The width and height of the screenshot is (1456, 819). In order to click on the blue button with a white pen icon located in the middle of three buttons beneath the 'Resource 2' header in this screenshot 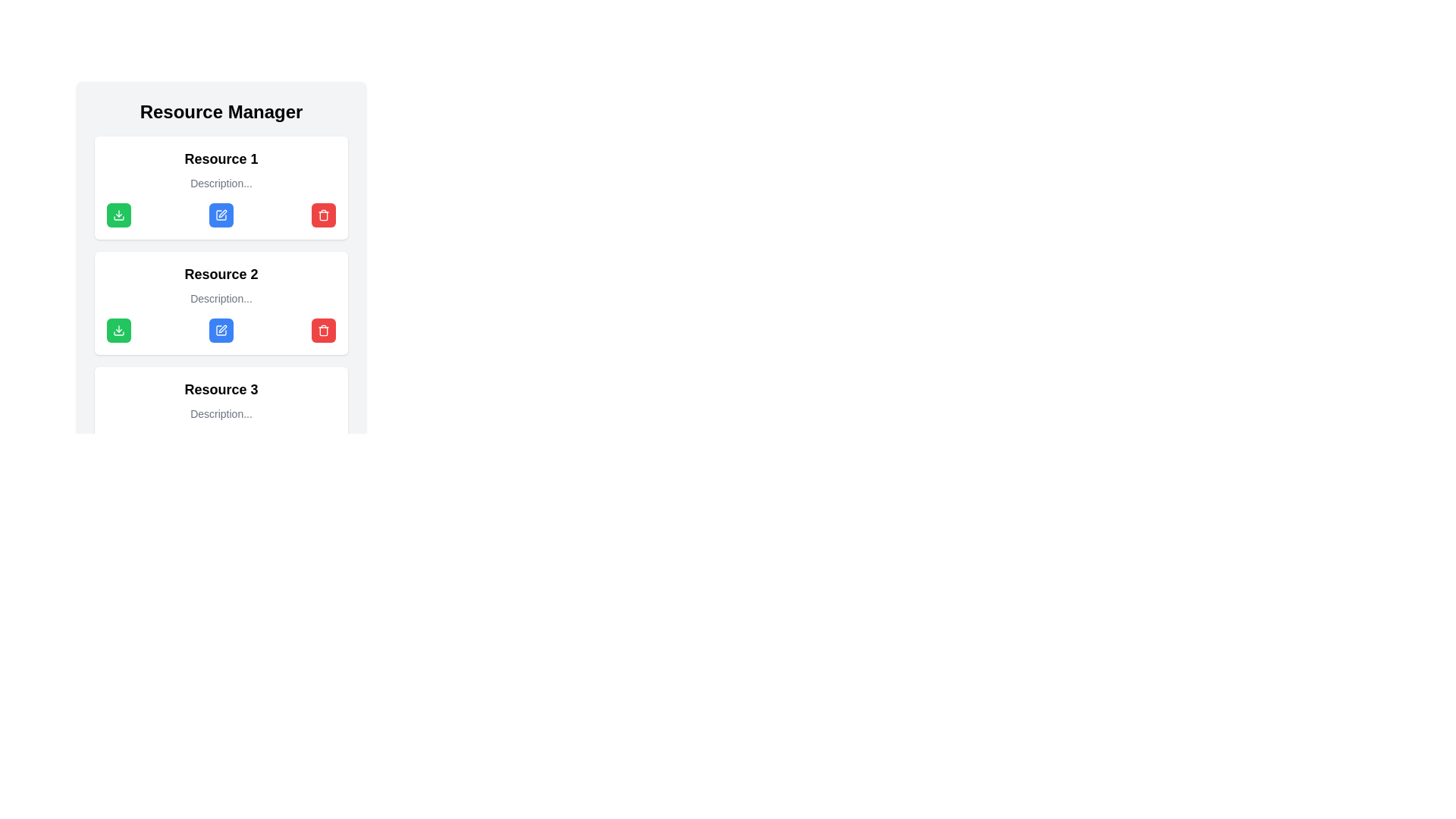, I will do `click(221, 329)`.